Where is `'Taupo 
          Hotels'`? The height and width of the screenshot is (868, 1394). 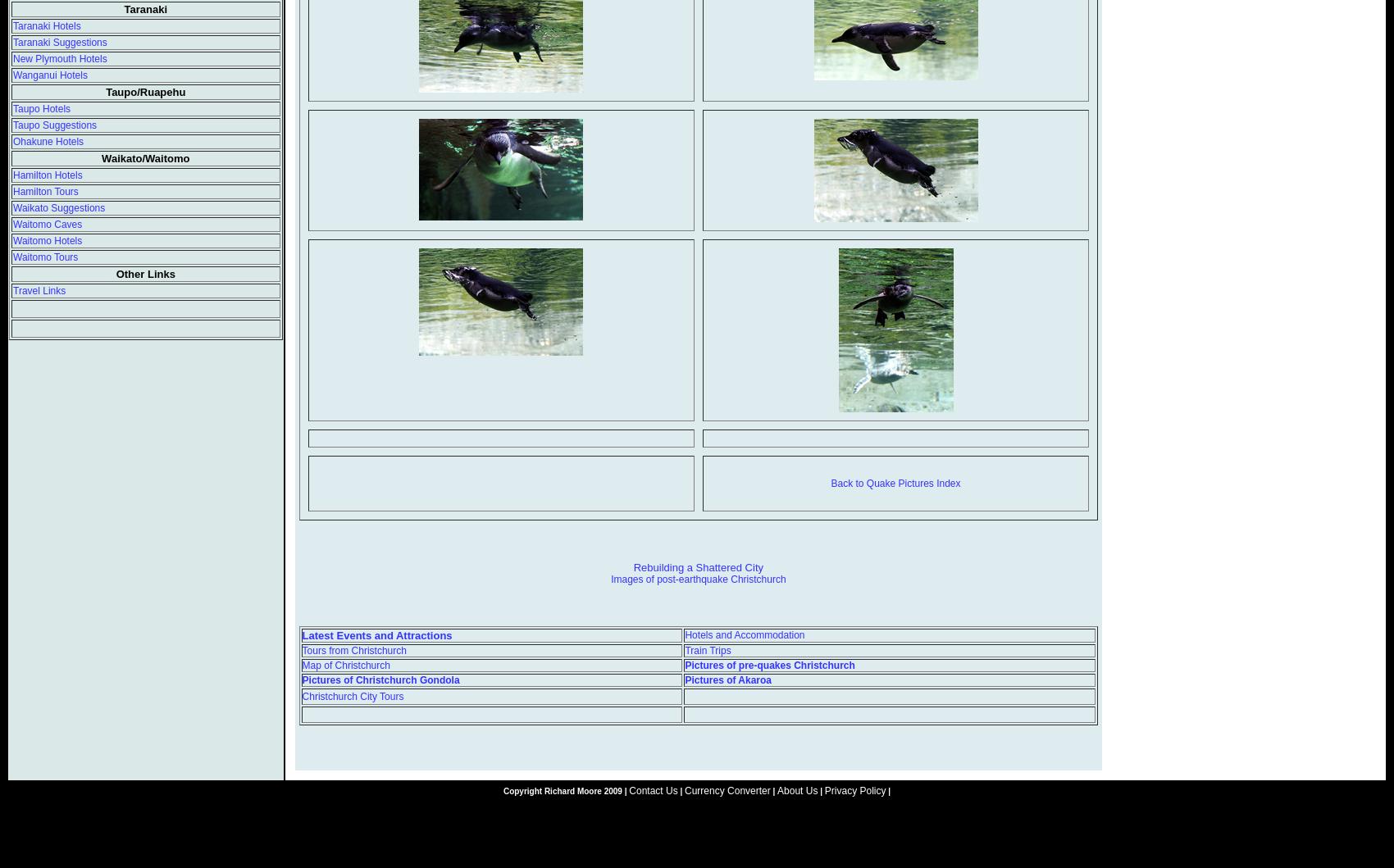
'Taupo 
          Hotels' is located at coordinates (42, 108).